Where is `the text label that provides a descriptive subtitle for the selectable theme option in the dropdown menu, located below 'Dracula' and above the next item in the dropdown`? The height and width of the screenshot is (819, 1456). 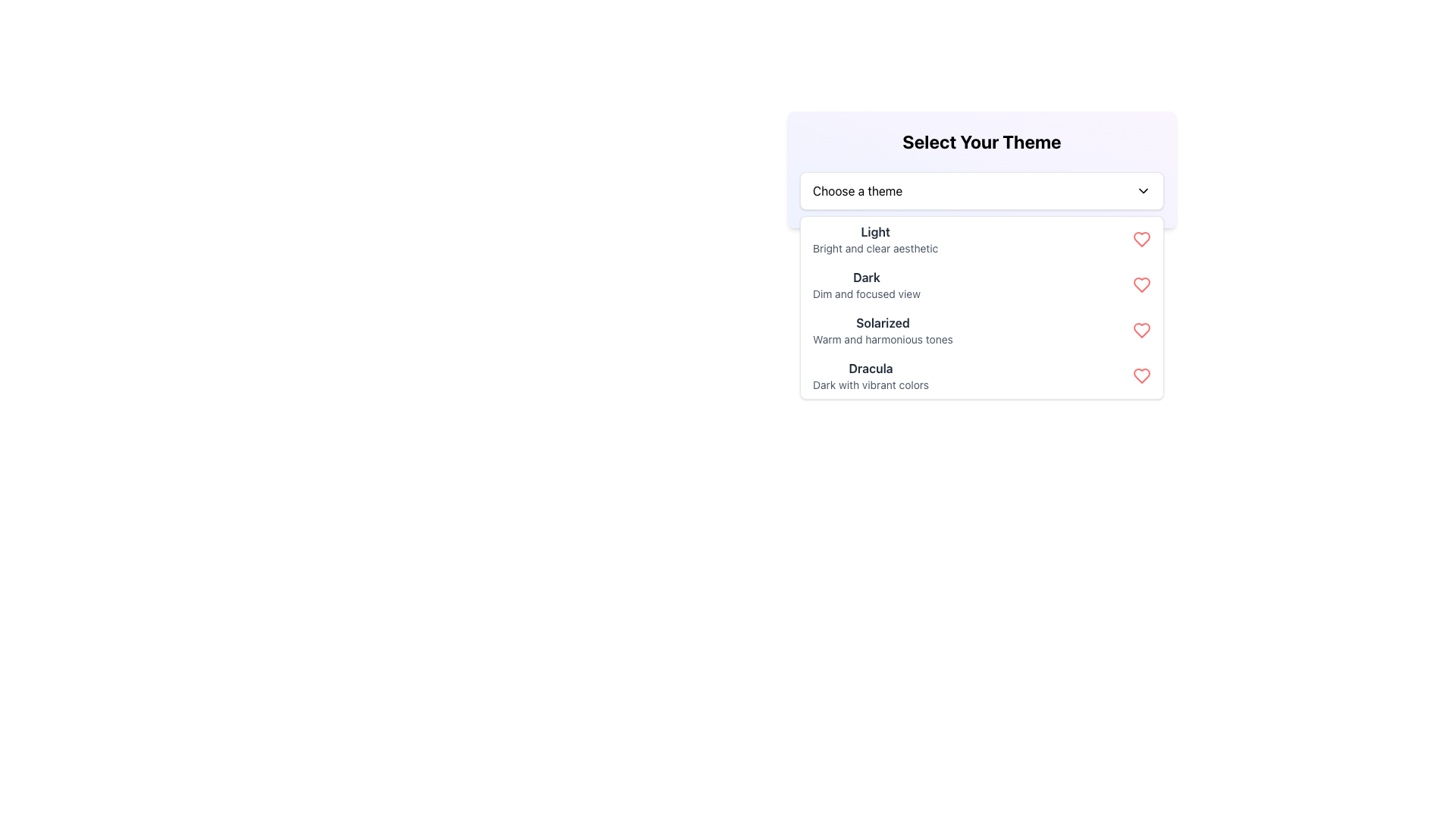 the text label that provides a descriptive subtitle for the selectable theme option in the dropdown menu, located below 'Dracula' and above the next item in the dropdown is located at coordinates (871, 384).